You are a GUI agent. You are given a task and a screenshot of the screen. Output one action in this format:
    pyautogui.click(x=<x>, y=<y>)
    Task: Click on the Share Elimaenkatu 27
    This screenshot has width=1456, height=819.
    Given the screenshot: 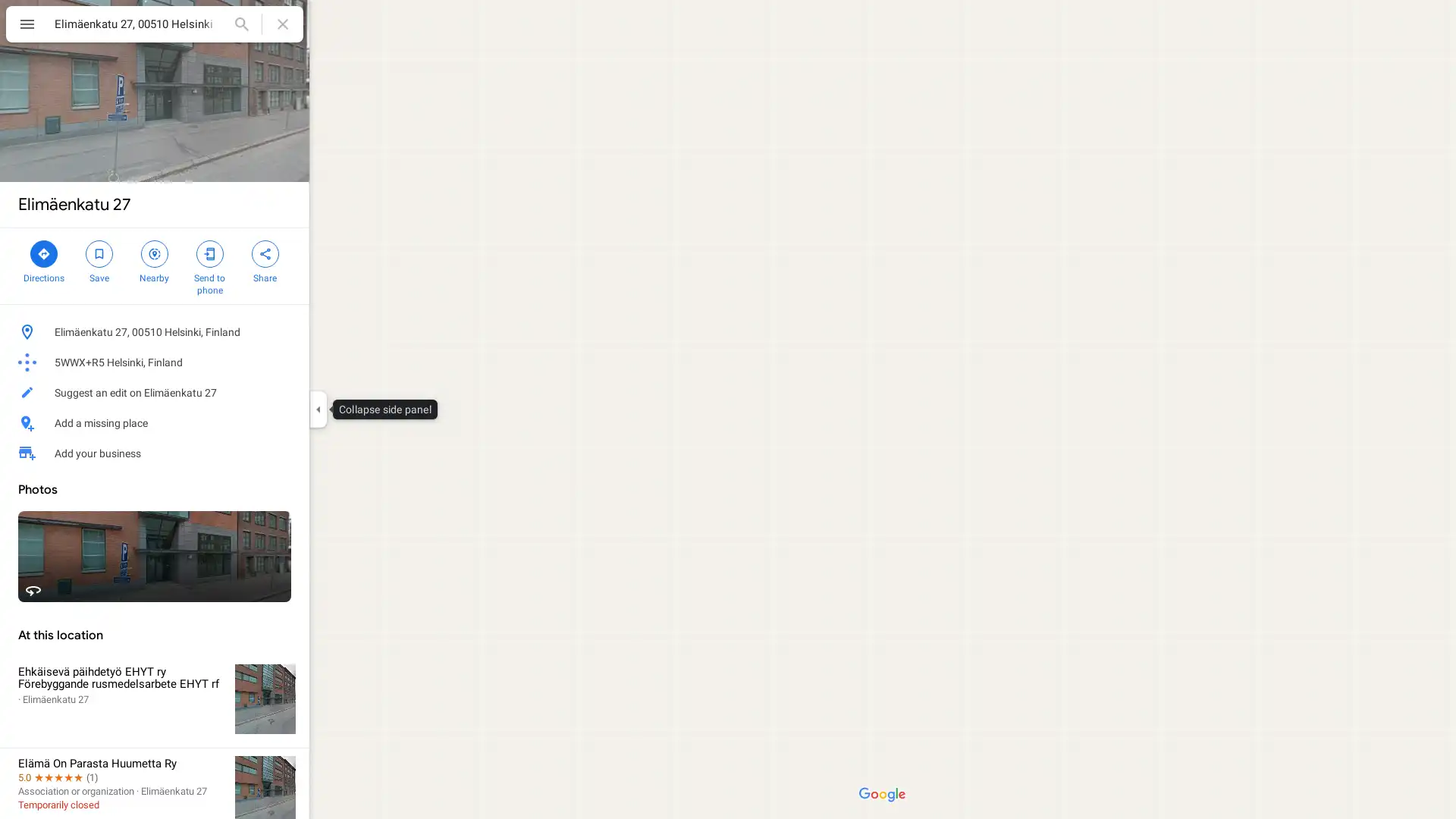 What is the action you would take?
    pyautogui.click(x=265, y=259)
    